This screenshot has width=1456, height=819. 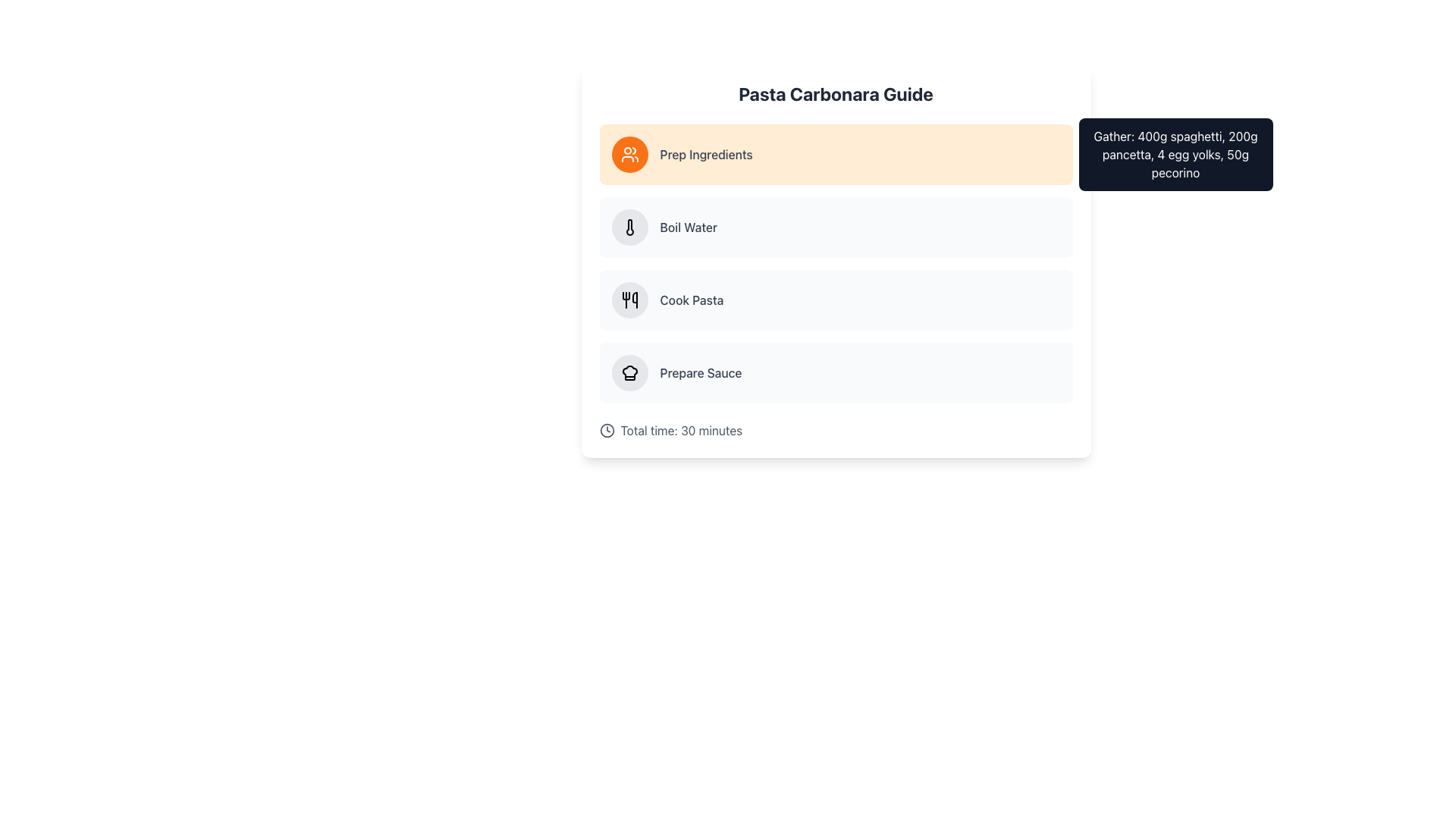 What do you see at coordinates (629, 227) in the screenshot?
I see `the thermometer icon representing the 'Boil Water' step in the guide as a visual reference` at bounding box center [629, 227].